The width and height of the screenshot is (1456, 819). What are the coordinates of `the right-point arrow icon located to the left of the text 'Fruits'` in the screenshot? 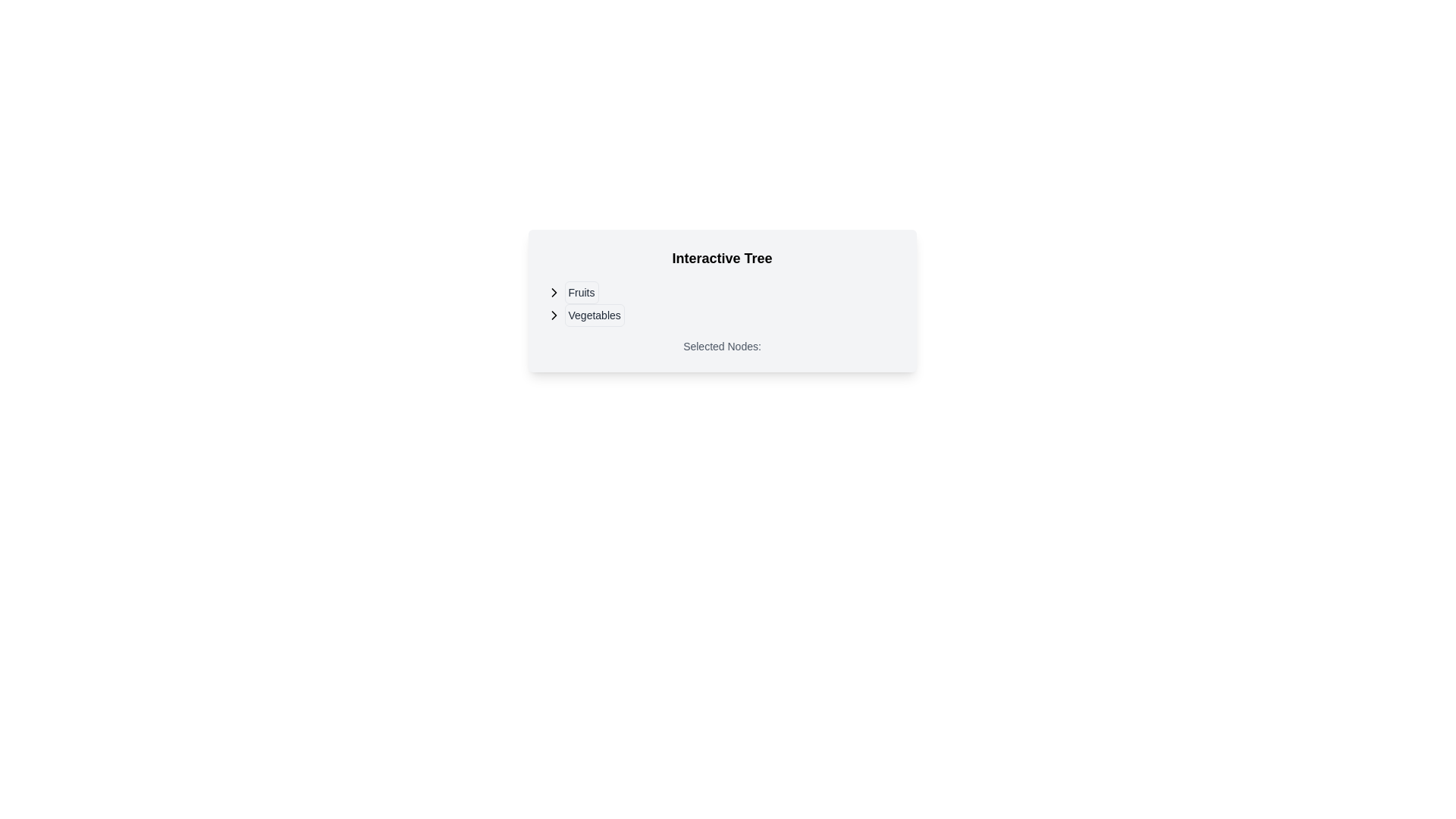 It's located at (553, 292).